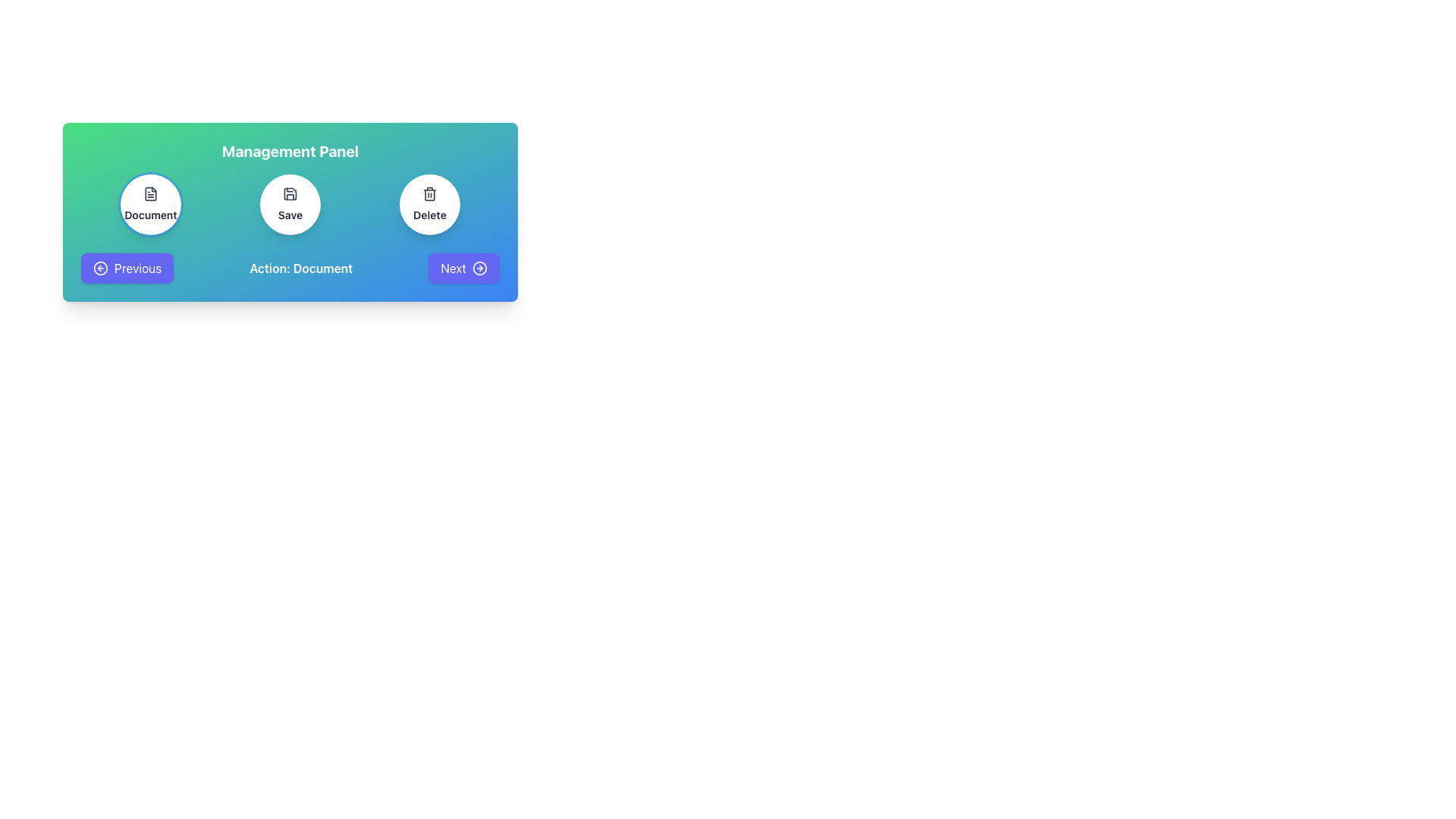 Image resolution: width=1456 pixels, height=819 pixels. Describe the element at coordinates (150, 193) in the screenshot. I see `the gray file text document icon located inside the circular button labeled 'Document' in the Management Panel` at that location.